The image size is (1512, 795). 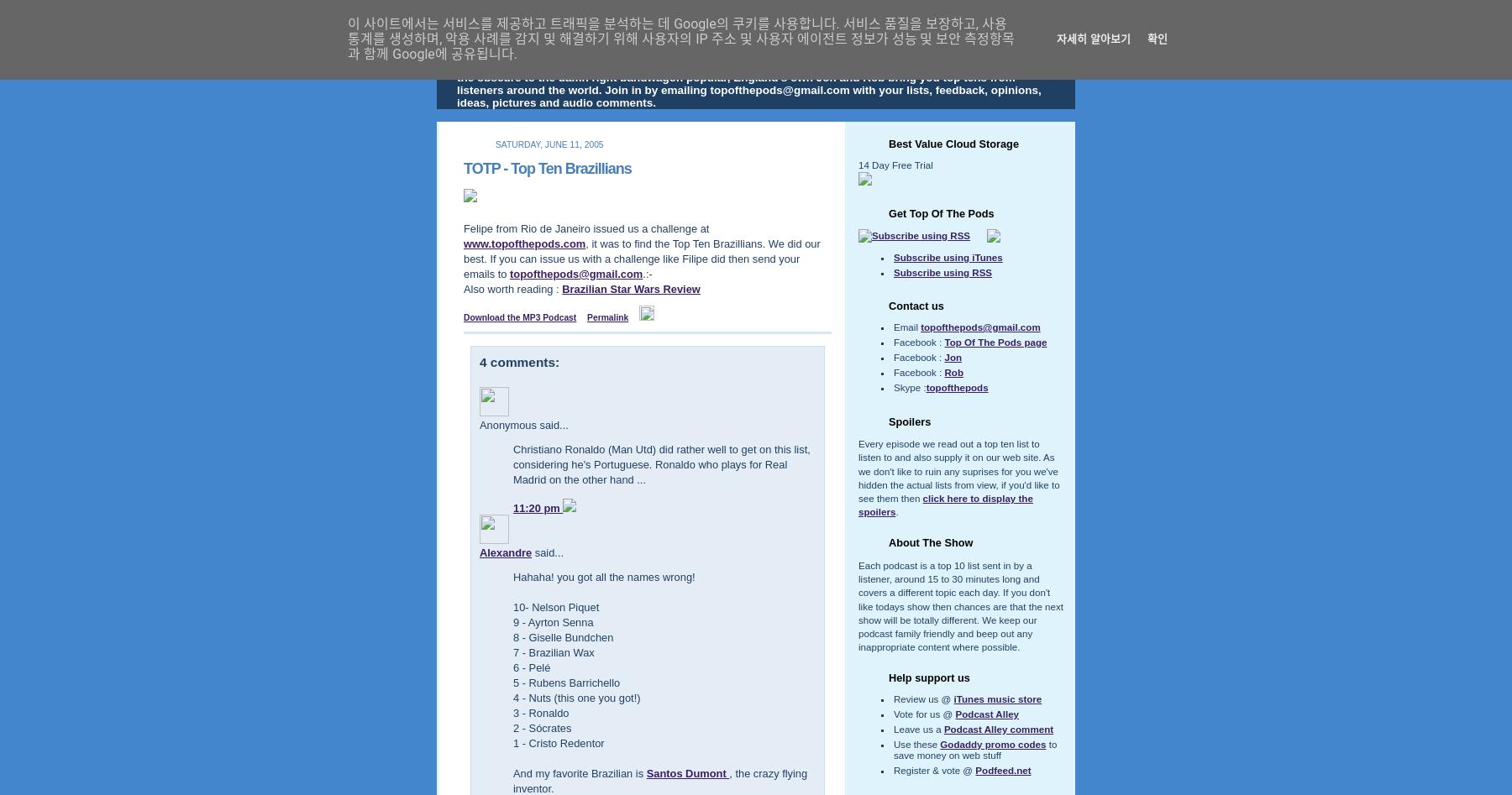 What do you see at coordinates (640, 258) in the screenshot?
I see `', it was to find the Top Ten Brazillians. We did our best. If you can issue us with a challenge like Filipe did then send your emails to'` at bounding box center [640, 258].